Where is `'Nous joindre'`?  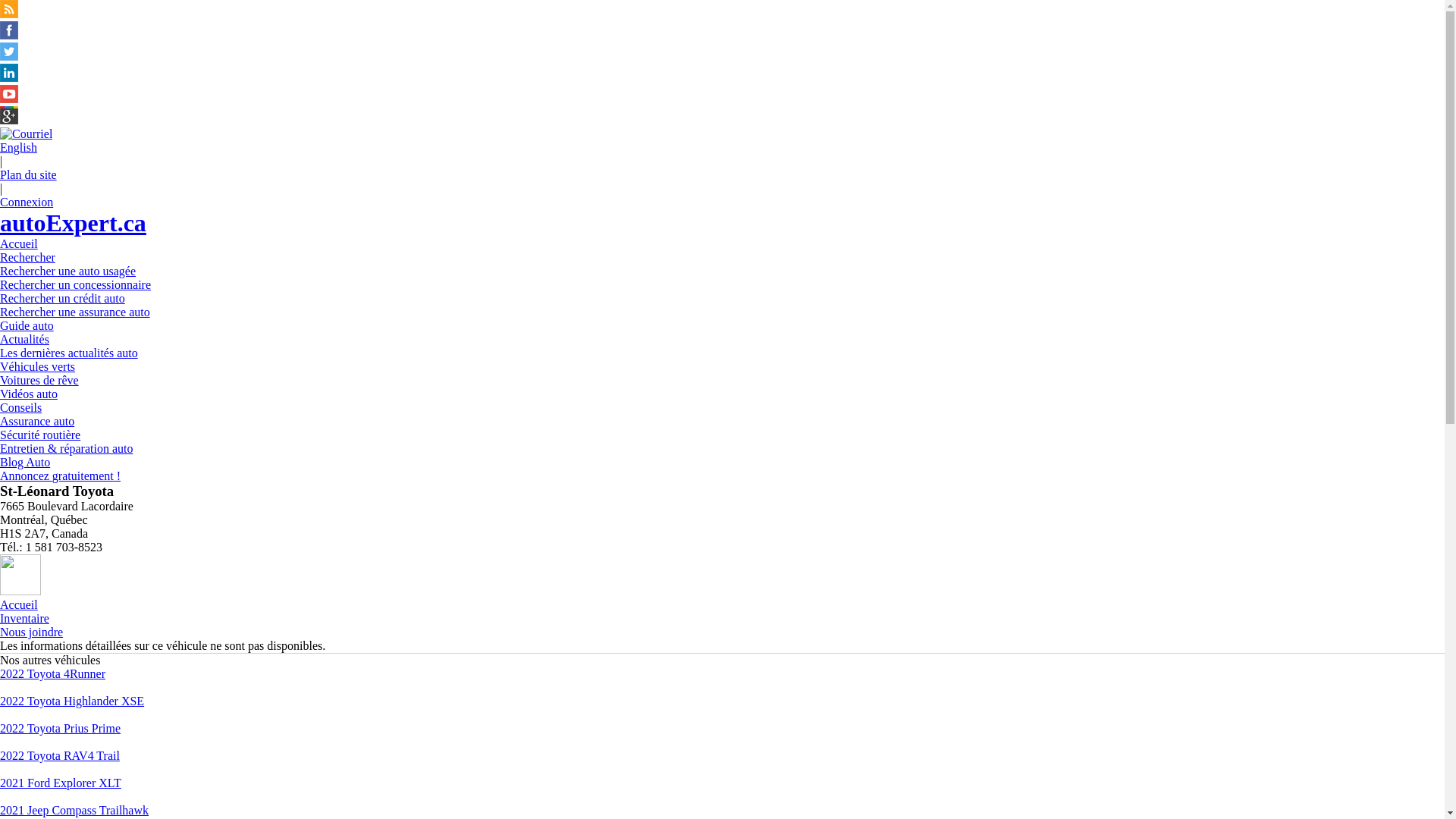
'Nous joindre' is located at coordinates (31, 632).